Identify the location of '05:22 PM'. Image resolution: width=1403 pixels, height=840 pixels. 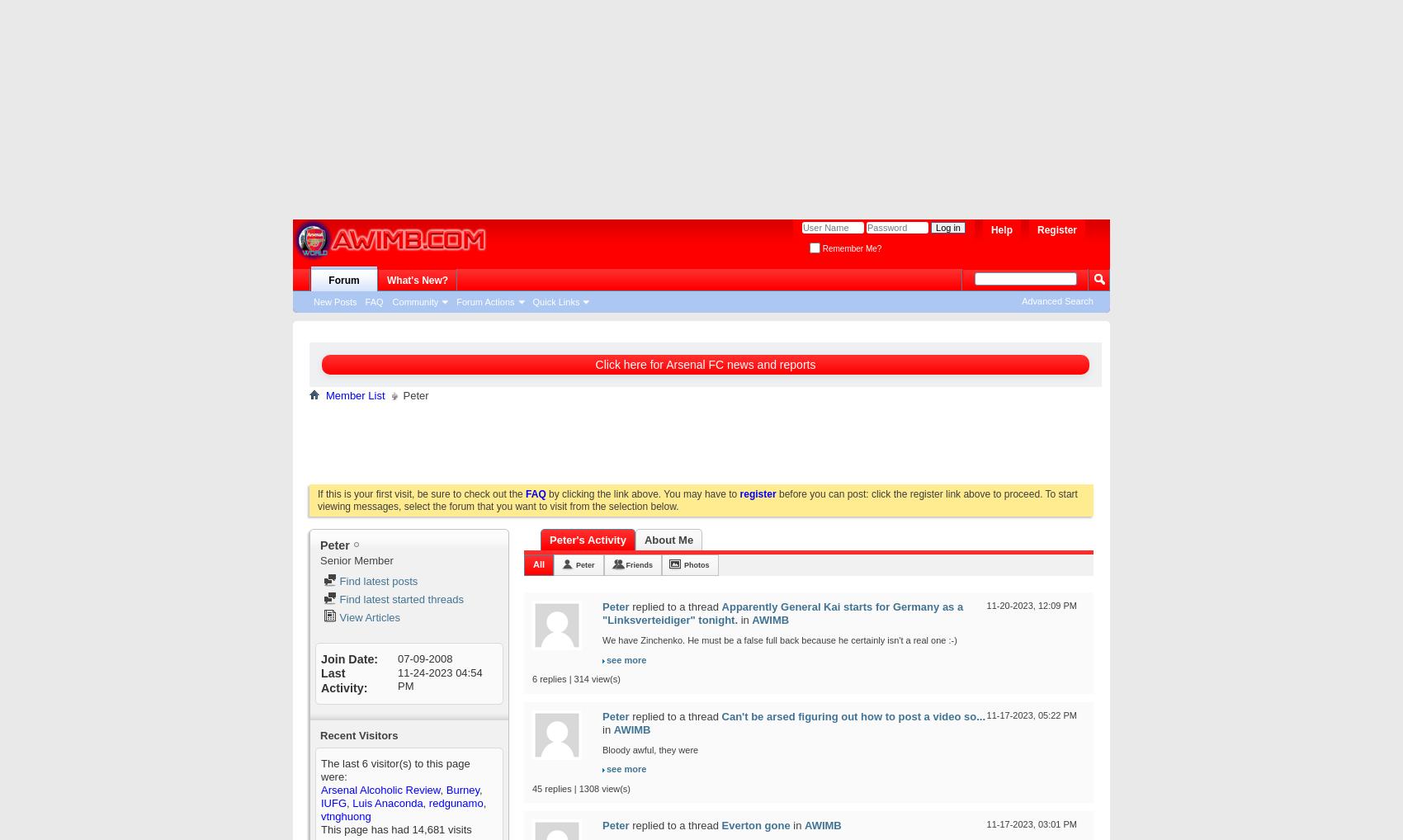
(1056, 715).